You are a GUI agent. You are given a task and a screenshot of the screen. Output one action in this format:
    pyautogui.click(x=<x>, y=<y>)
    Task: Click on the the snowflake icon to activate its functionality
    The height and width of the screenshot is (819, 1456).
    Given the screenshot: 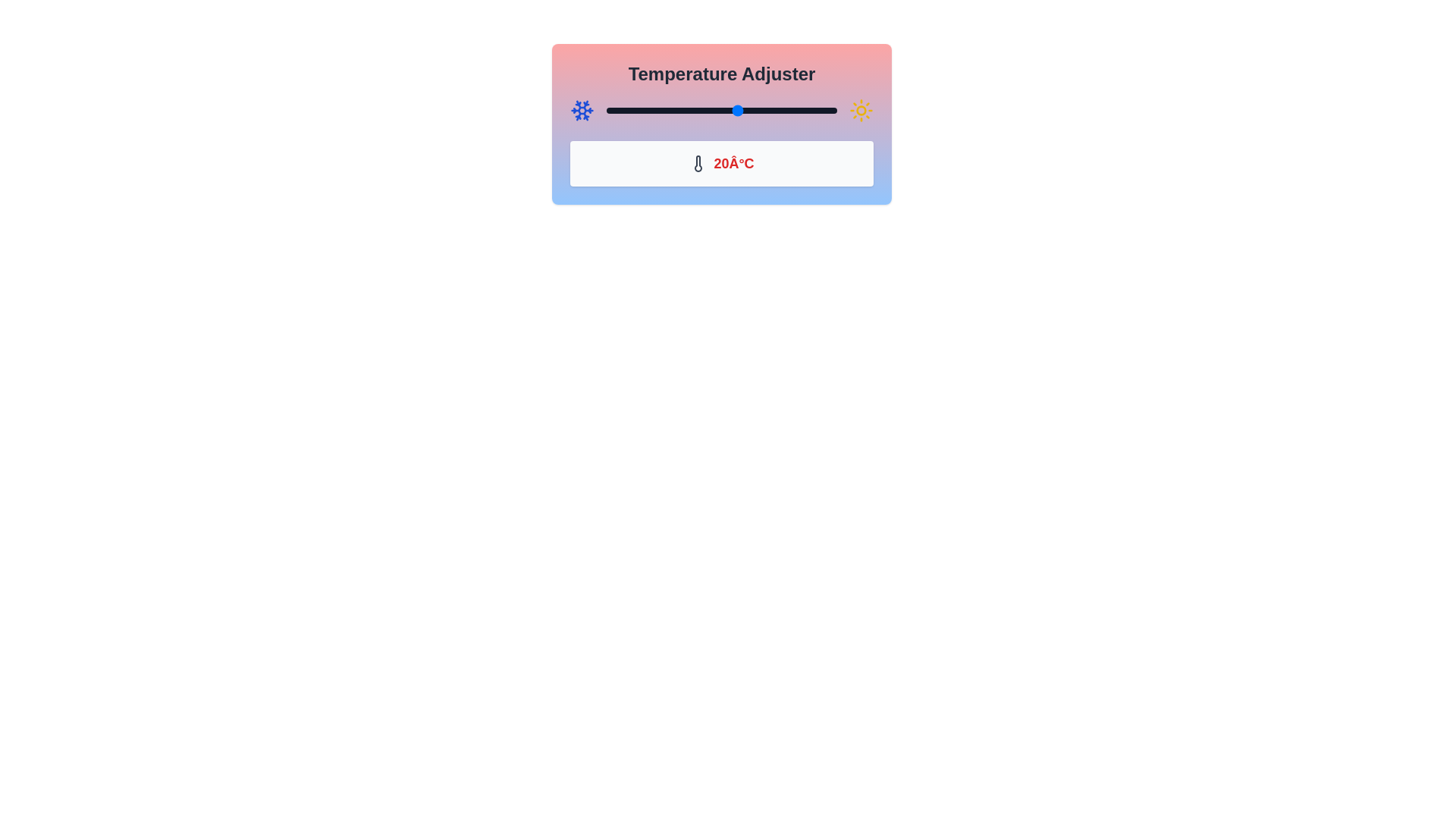 What is the action you would take?
    pyautogui.click(x=582, y=110)
    